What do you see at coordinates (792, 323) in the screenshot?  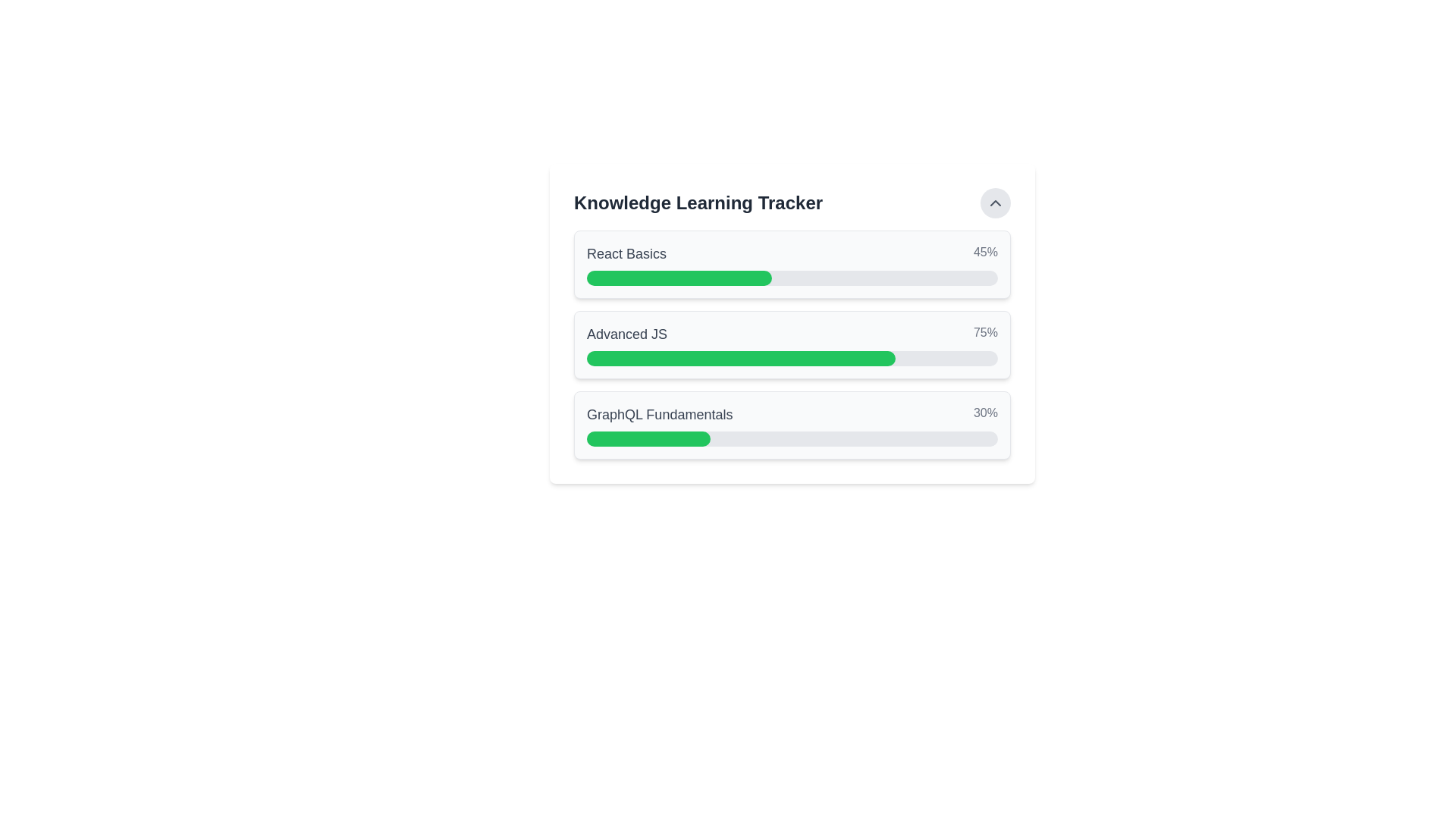 I see `the progress percentage displayed in the centrally located progress display within the 'Knowledge Learning Tracker' card component` at bounding box center [792, 323].